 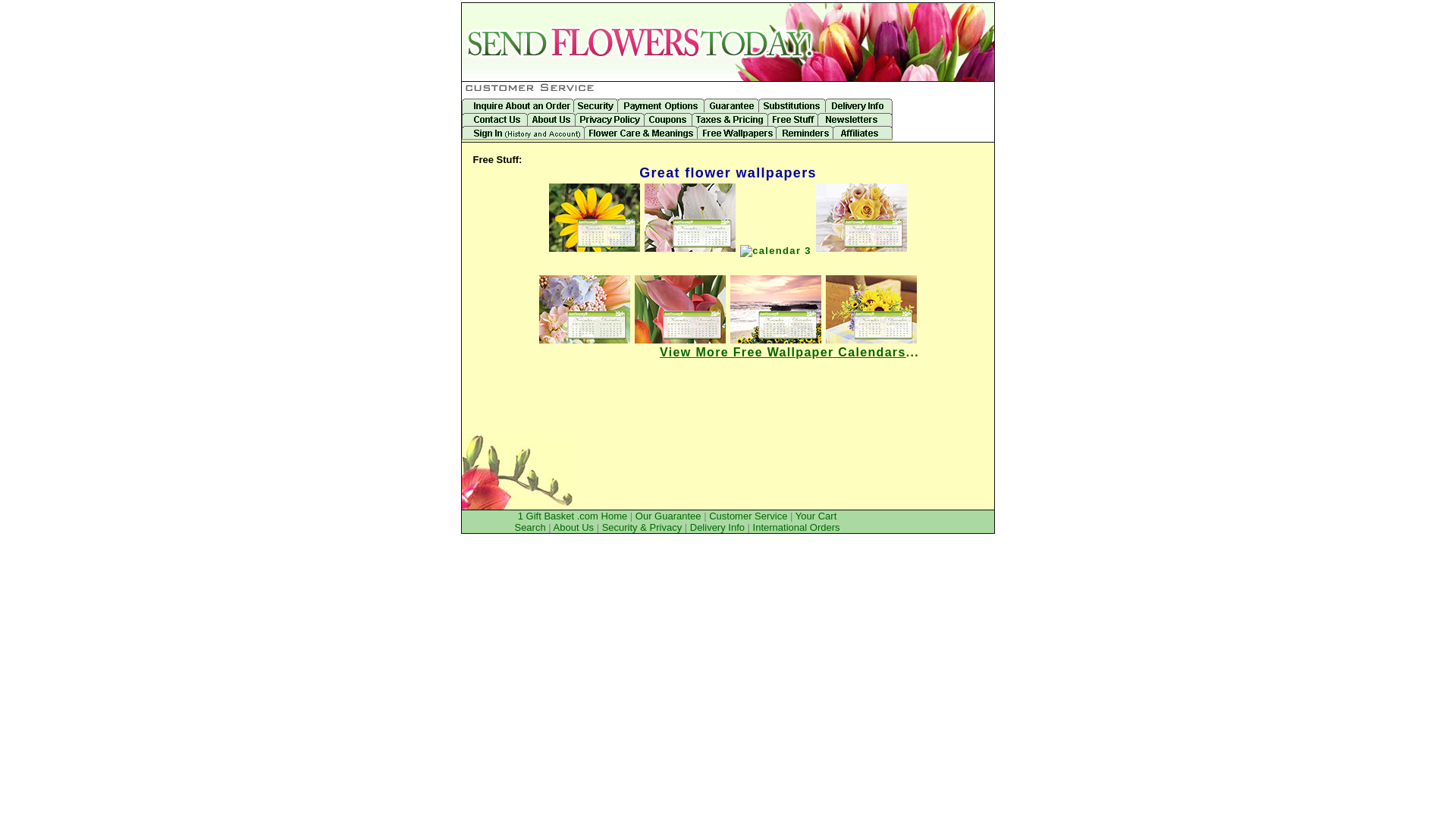 I want to click on 'Security & Privacy', so click(x=642, y=526).